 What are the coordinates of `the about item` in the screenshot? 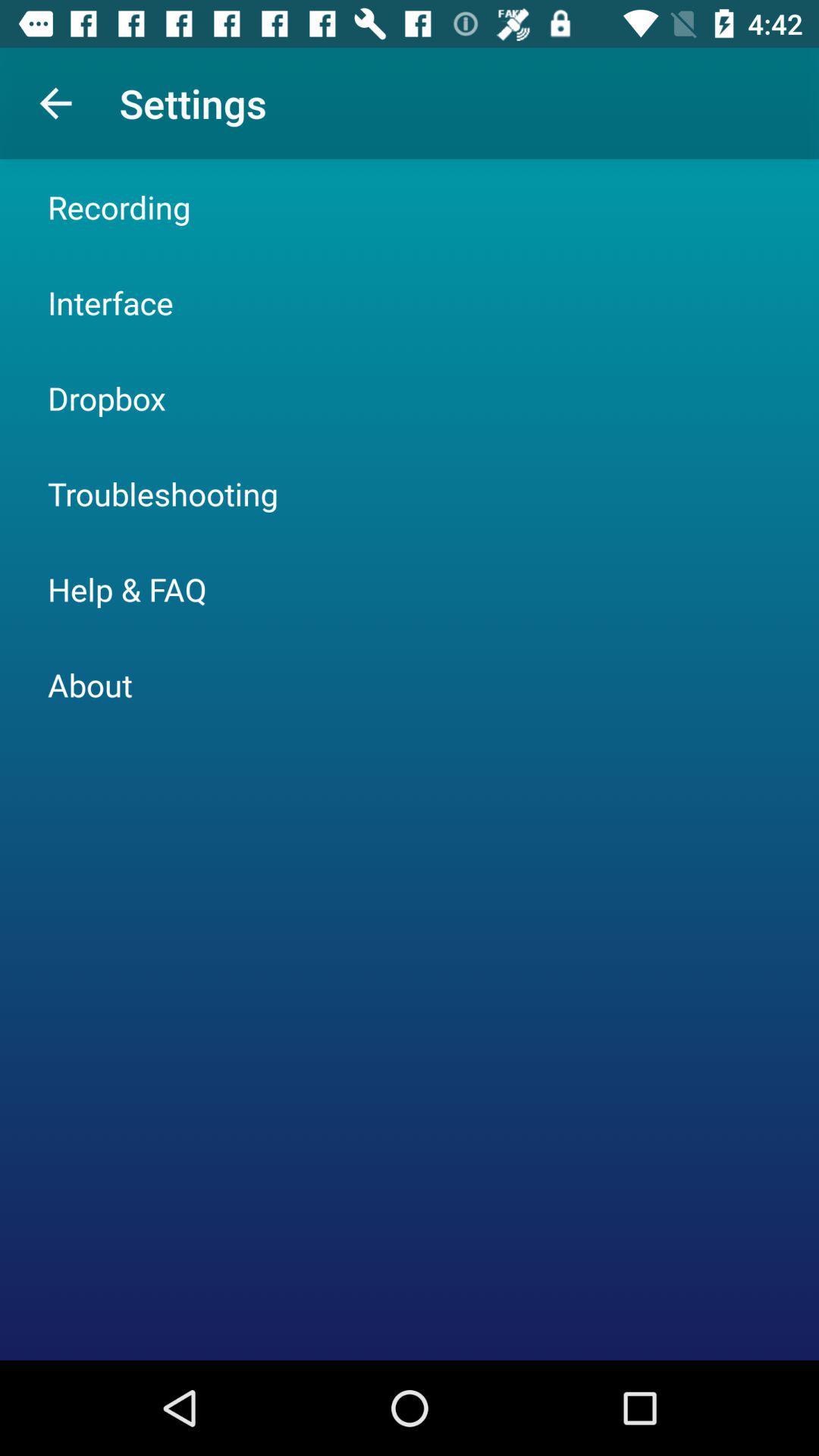 It's located at (89, 683).